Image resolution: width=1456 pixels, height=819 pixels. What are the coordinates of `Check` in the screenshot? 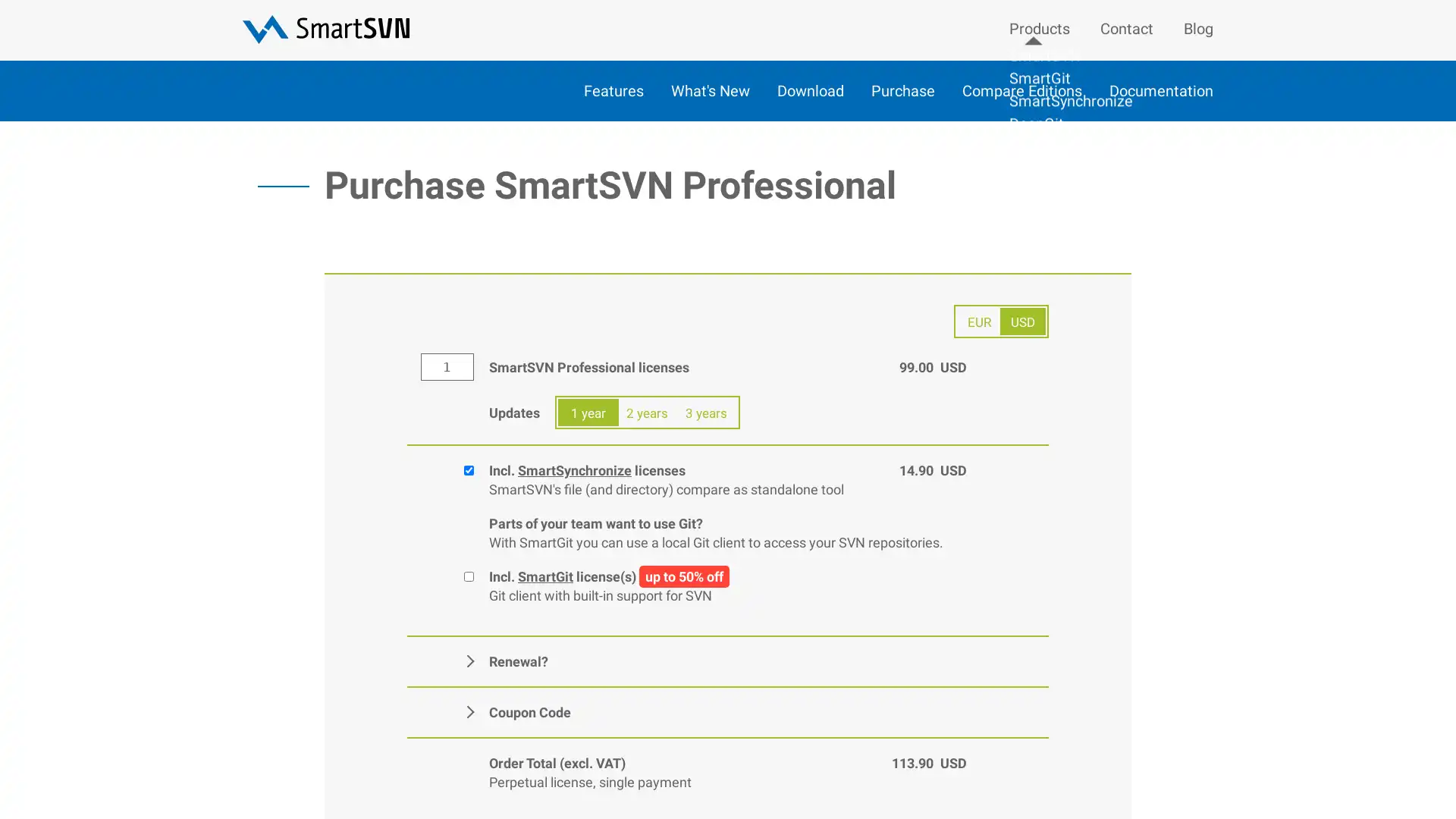 It's located at (652, 719).